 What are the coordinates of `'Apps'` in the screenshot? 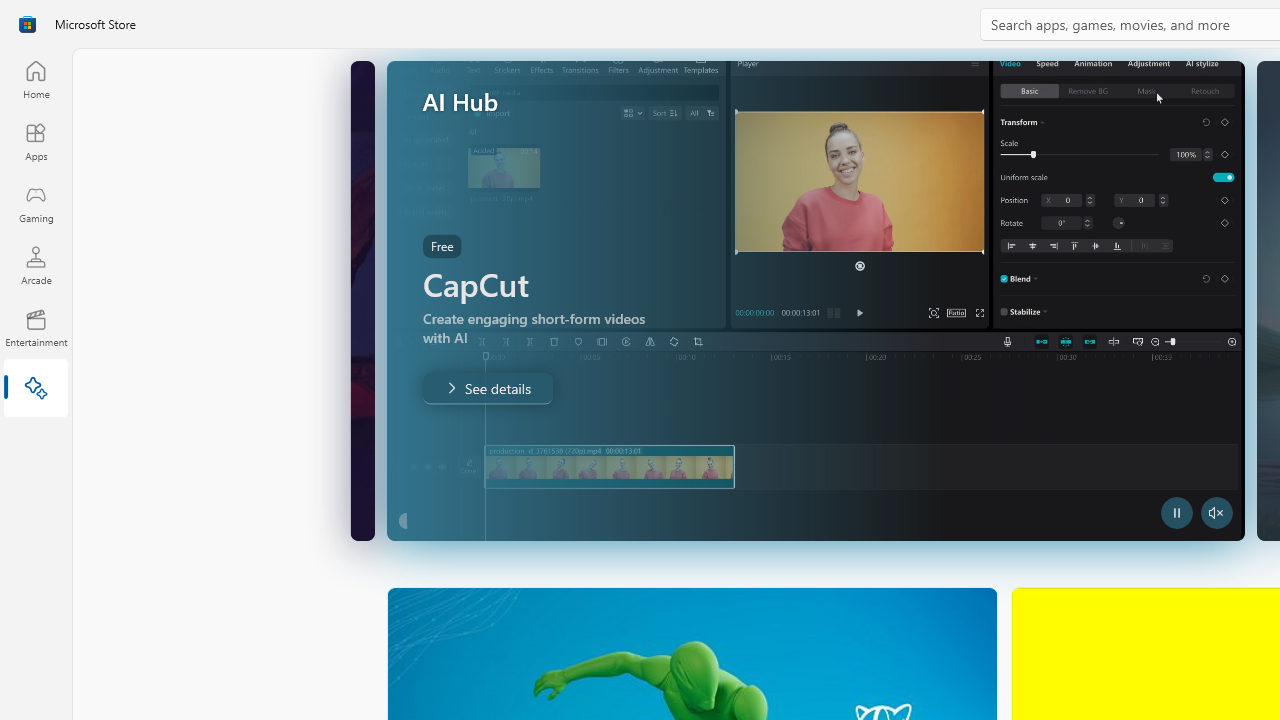 It's located at (35, 140).